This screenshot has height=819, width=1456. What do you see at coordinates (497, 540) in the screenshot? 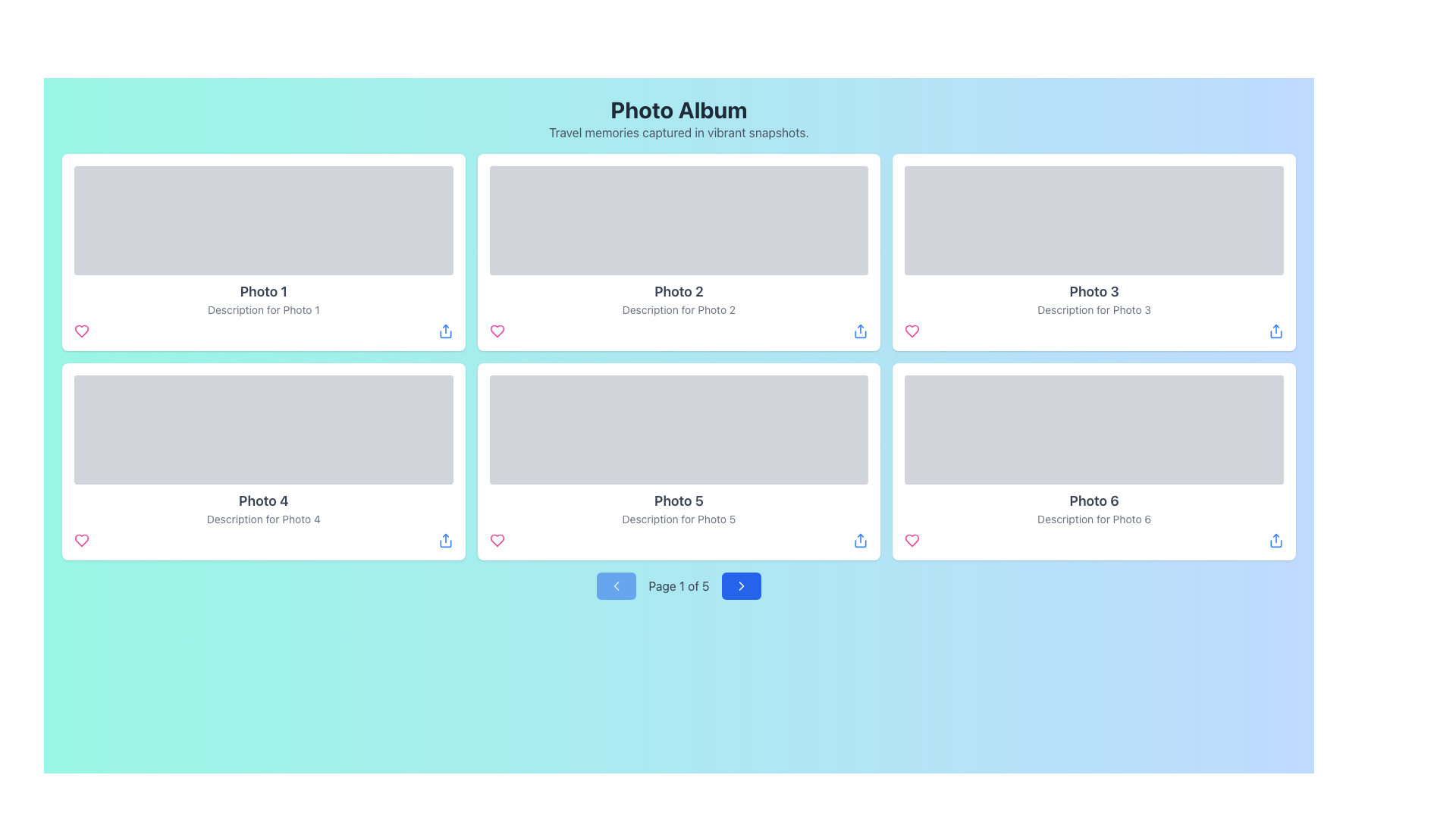
I see `the heart-shaped icon below 'Photo 5' to like or favorite the photo` at bounding box center [497, 540].